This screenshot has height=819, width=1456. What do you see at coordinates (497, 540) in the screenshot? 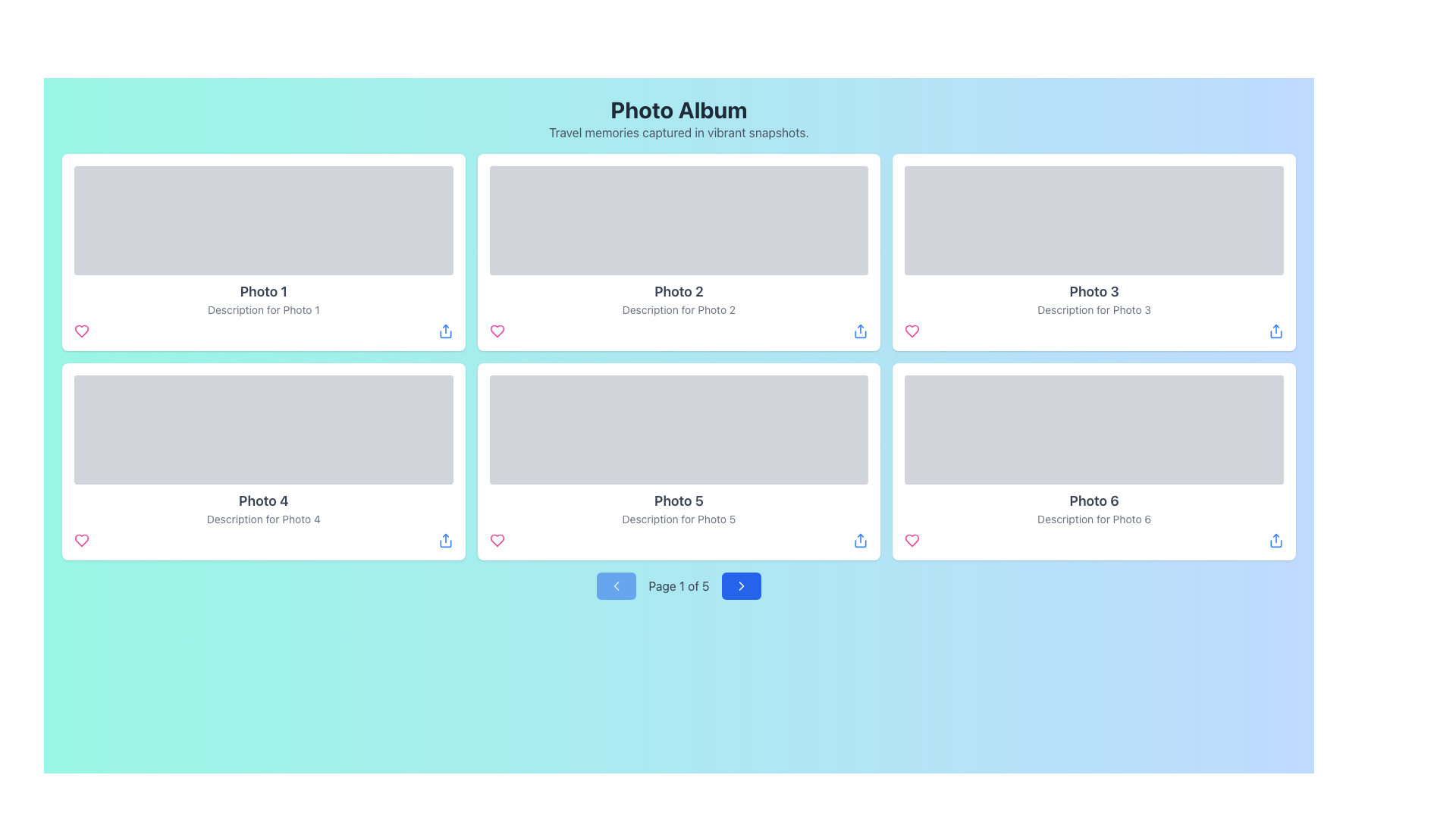
I see `the heart-shaped icon below 'Photo 5' to like or favorite the photo` at bounding box center [497, 540].